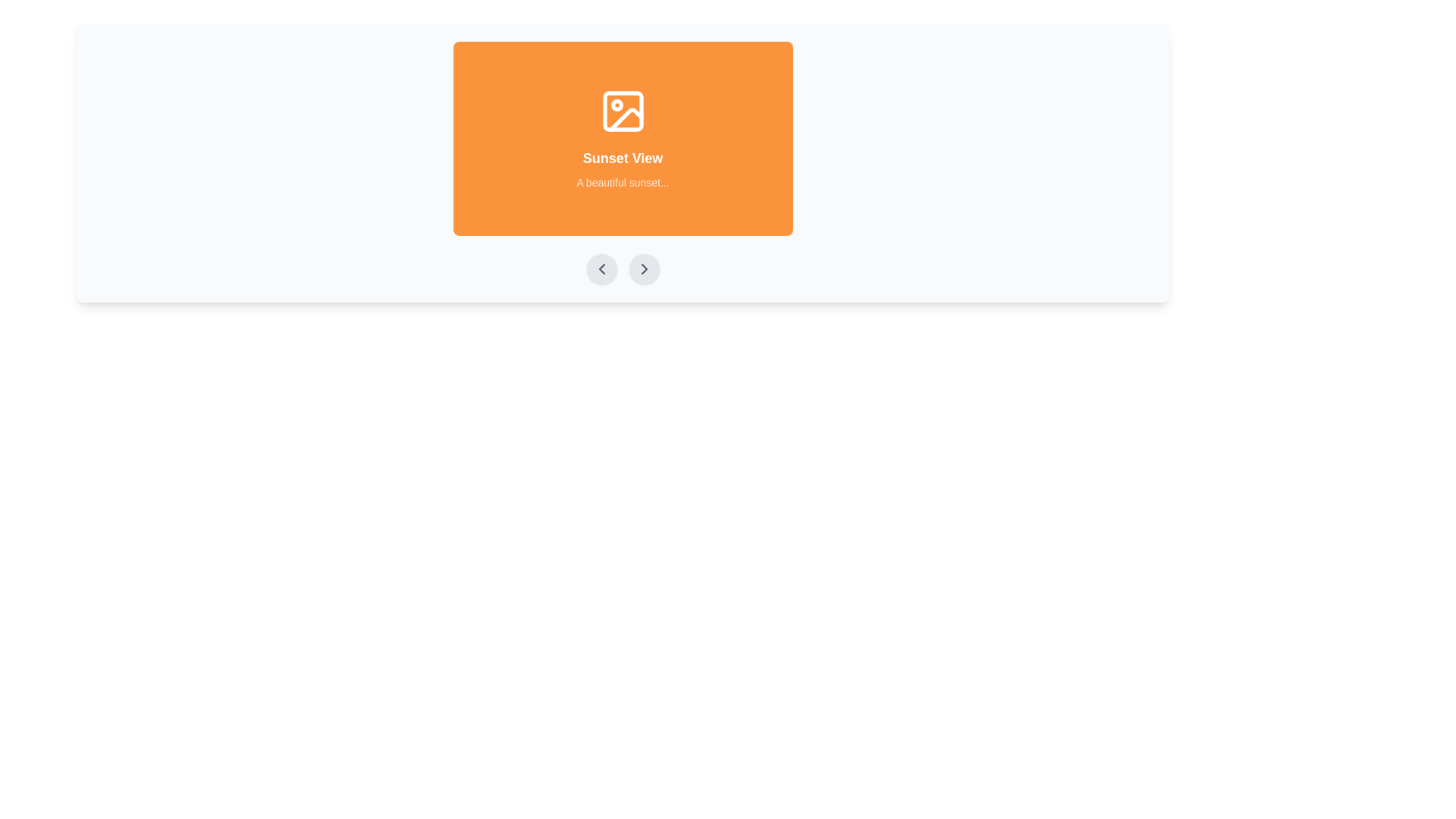 The height and width of the screenshot is (819, 1456). What do you see at coordinates (601, 268) in the screenshot?
I see `the arrow icon located inside the circular button to the left of the right-pointing arrow button beneath the 'Sunset View' image tile` at bounding box center [601, 268].